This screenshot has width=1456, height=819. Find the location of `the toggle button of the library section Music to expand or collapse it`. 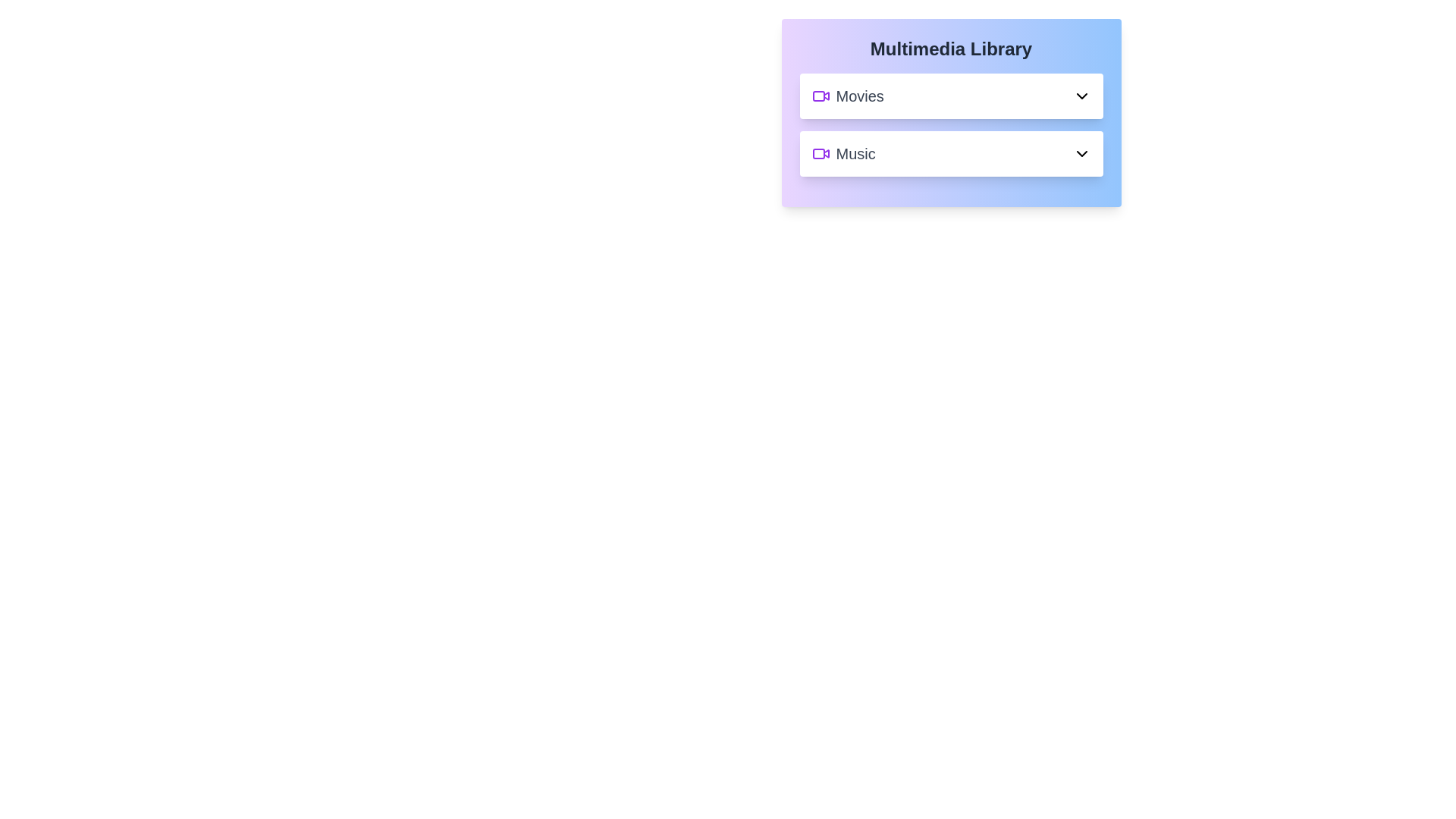

the toggle button of the library section Music to expand or collapse it is located at coordinates (950, 154).